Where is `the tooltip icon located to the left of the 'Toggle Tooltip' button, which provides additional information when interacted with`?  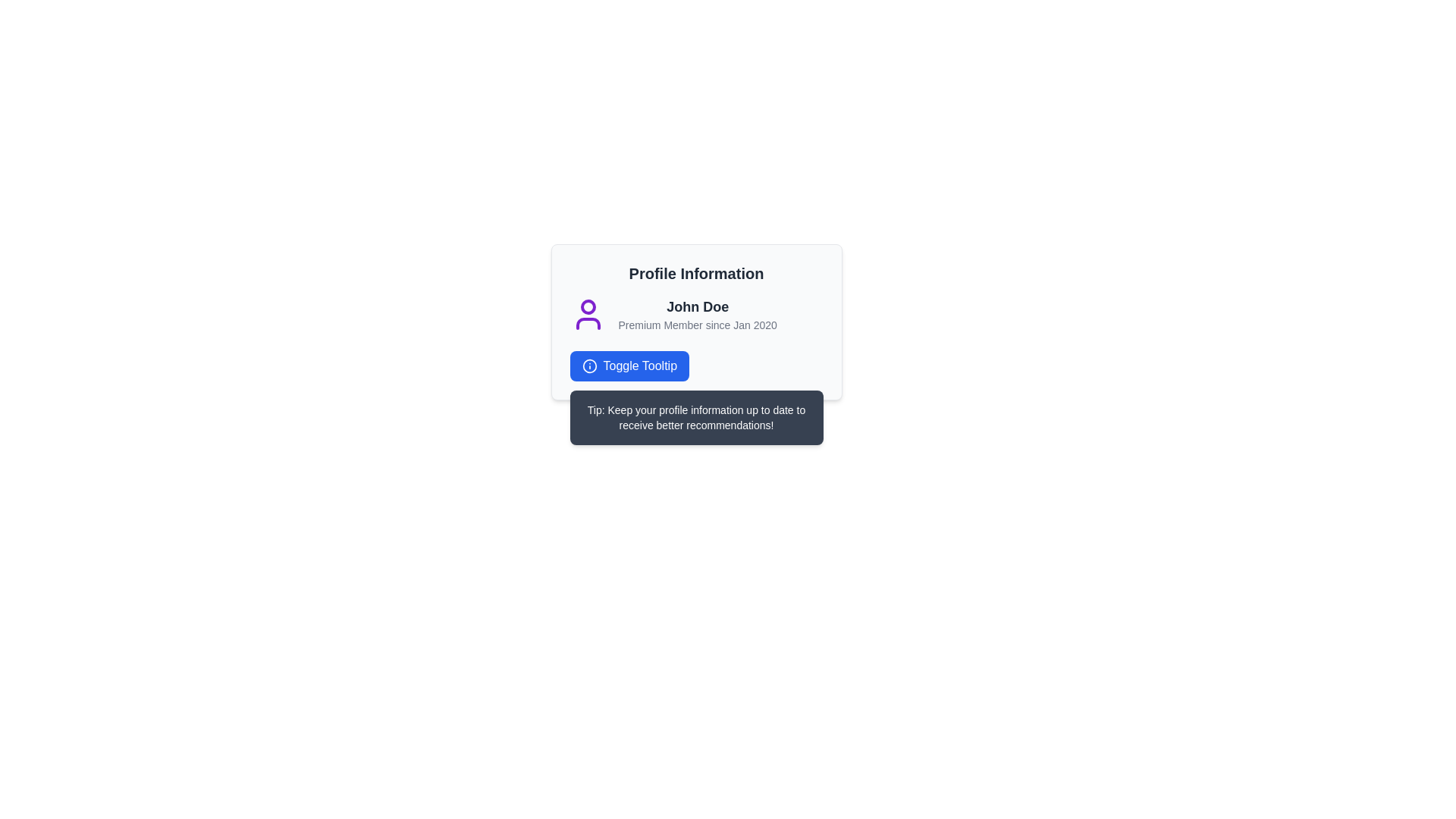 the tooltip icon located to the left of the 'Toggle Tooltip' button, which provides additional information when interacted with is located at coordinates (588, 366).